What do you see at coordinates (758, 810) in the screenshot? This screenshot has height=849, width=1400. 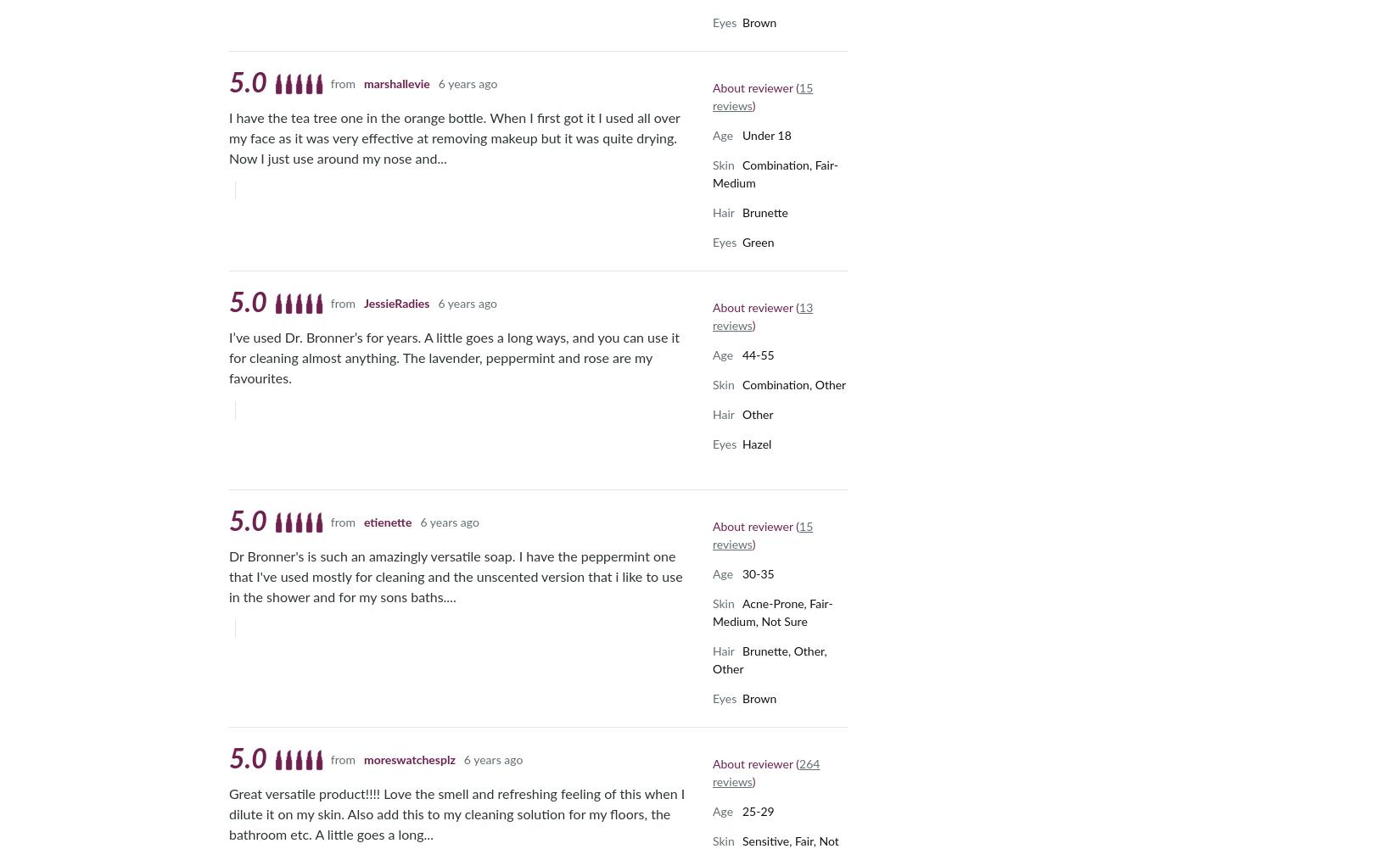 I see `'25-29'` at bounding box center [758, 810].